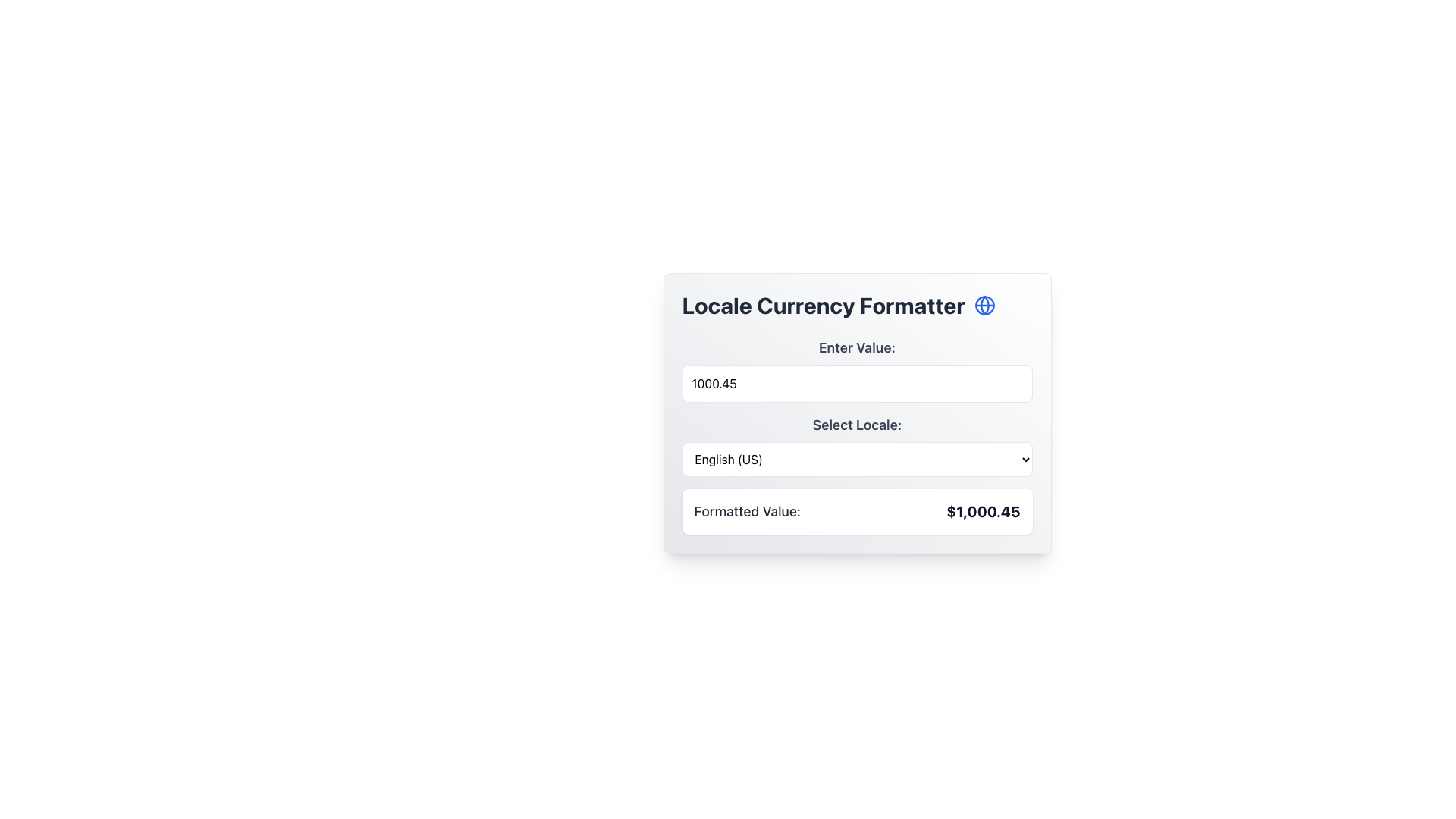 The height and width of the screenshot is (819, 1456). What do you see at coordinates (857, 348) in the screenshot?
I see `the descriptive Text Label that instructs users to enter a numerical value, located at the top-center of the section above the numeric input field` at bounding box center [857, 348].